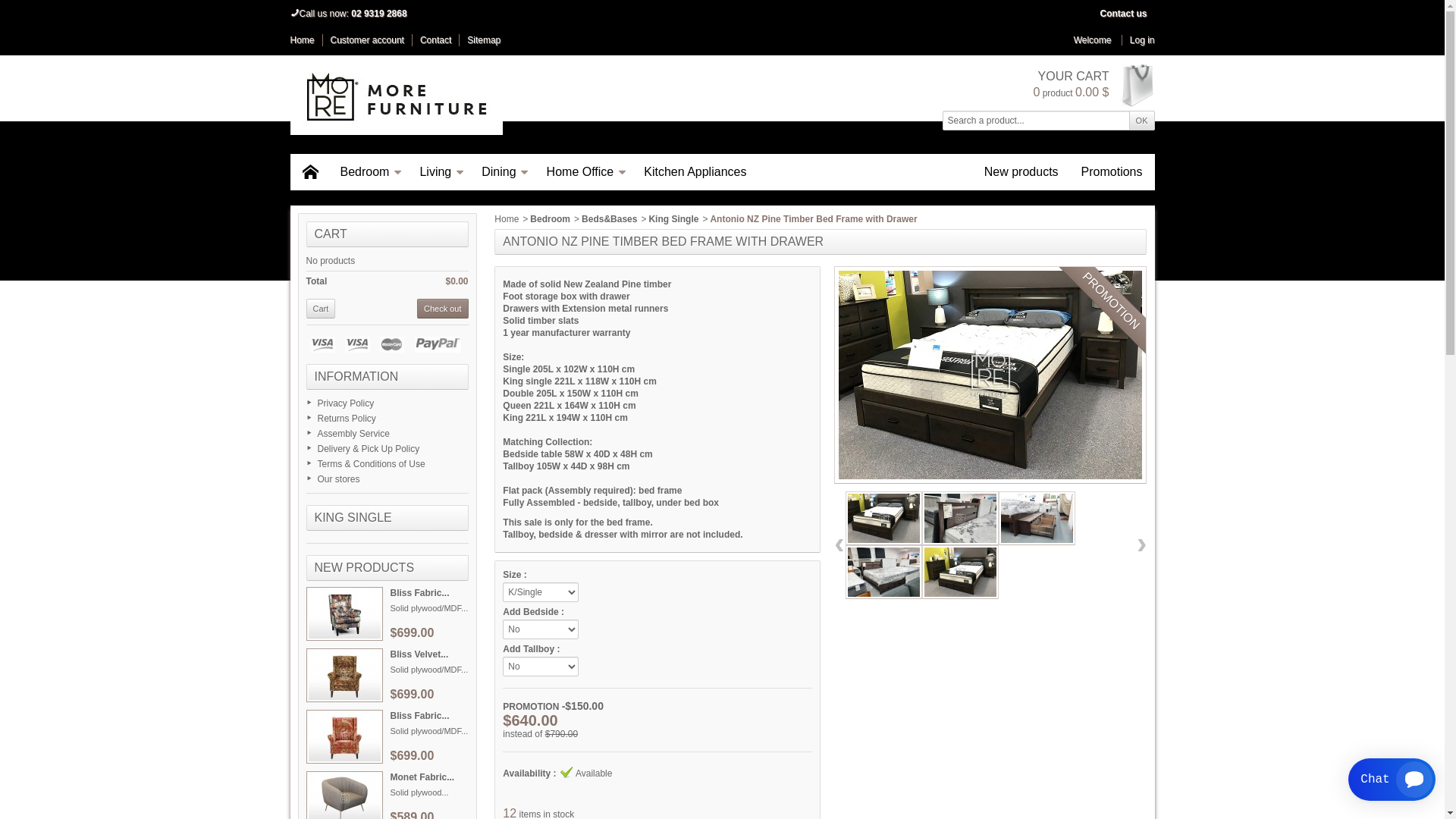 Image resolution: width=1456 pixels, height=819 pixels. Describe the element at coordinates (345, 418) in the screenshot. I see `'Returns Policy'` at that location.